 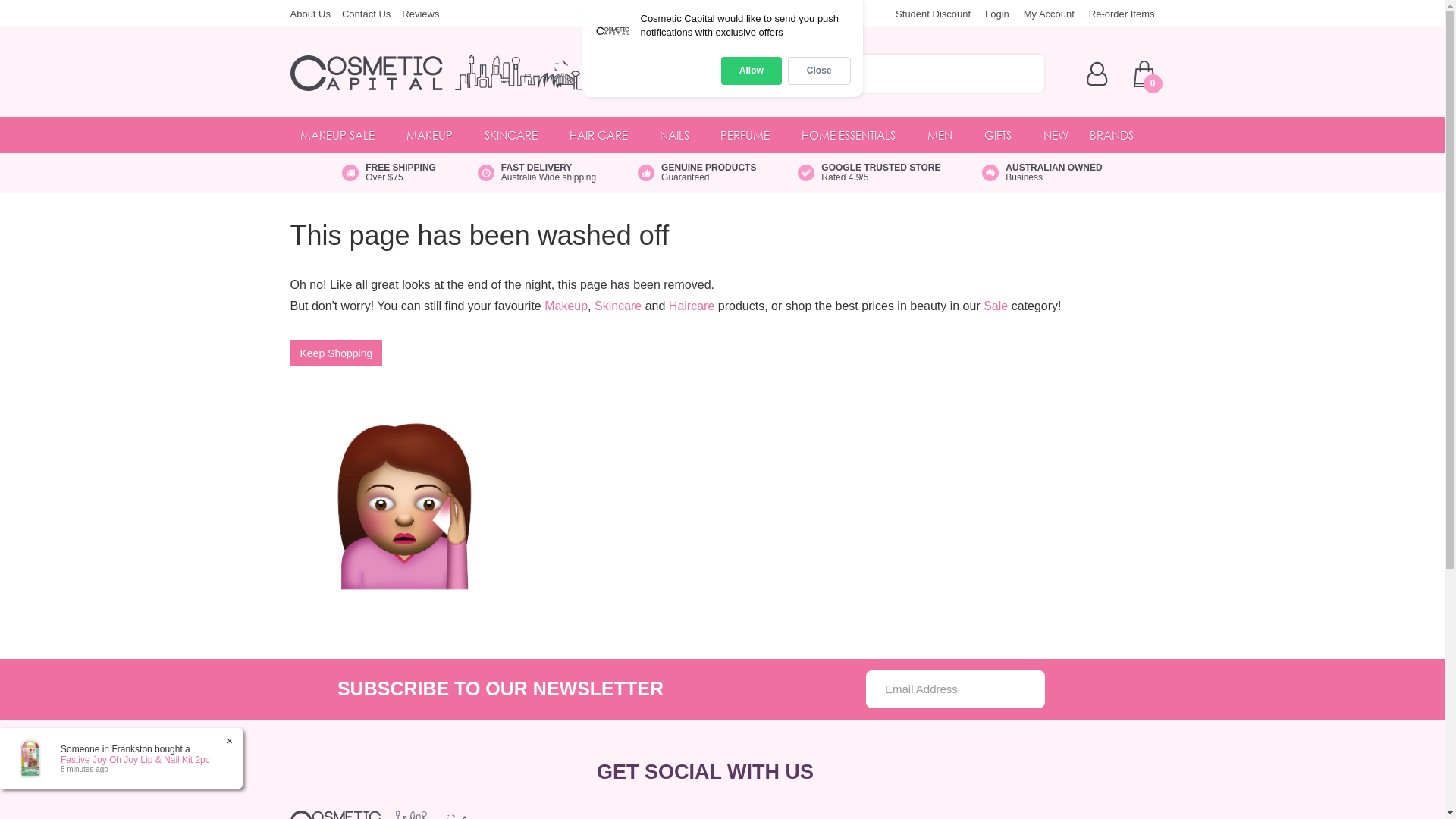 I want to click on 'AUSTRALIAN OWNED, so click(x=1040, y=171).